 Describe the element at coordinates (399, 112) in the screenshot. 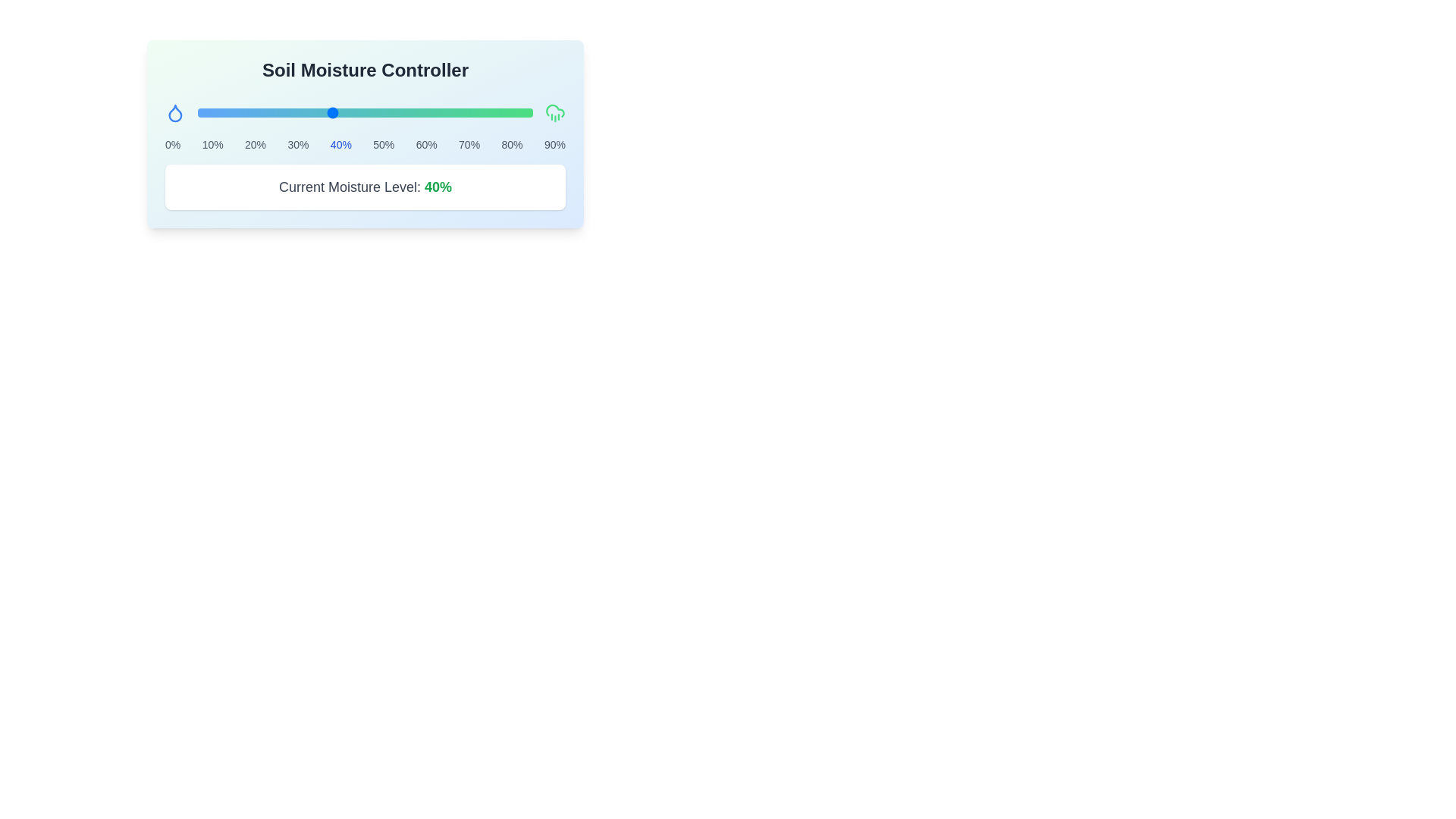

I see `the moisture level to 60% using the slider` at that location.